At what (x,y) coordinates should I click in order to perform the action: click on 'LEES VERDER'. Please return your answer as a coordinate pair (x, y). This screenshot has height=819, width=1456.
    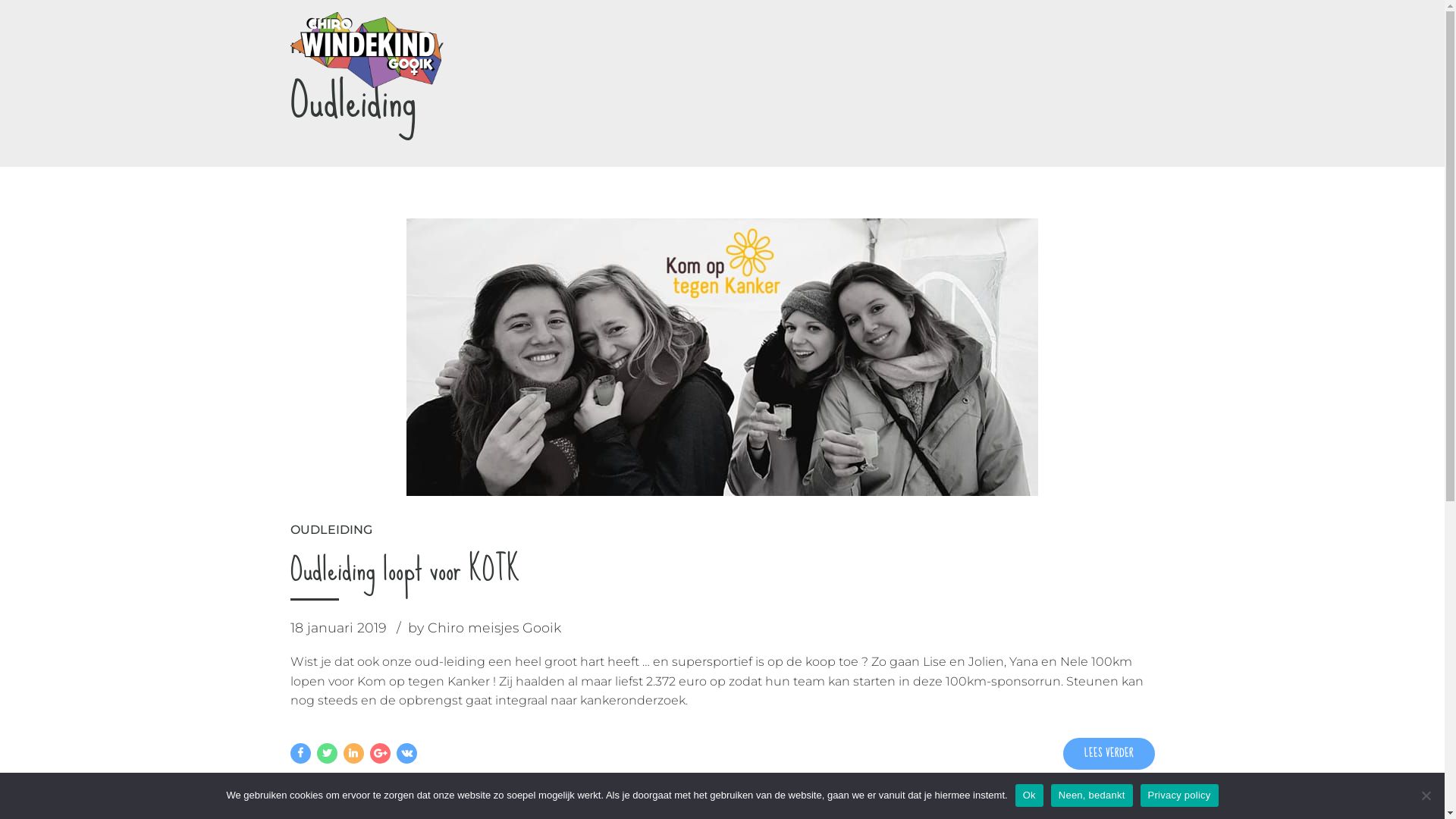
    Looking at the image, I should click on (1109, 754).